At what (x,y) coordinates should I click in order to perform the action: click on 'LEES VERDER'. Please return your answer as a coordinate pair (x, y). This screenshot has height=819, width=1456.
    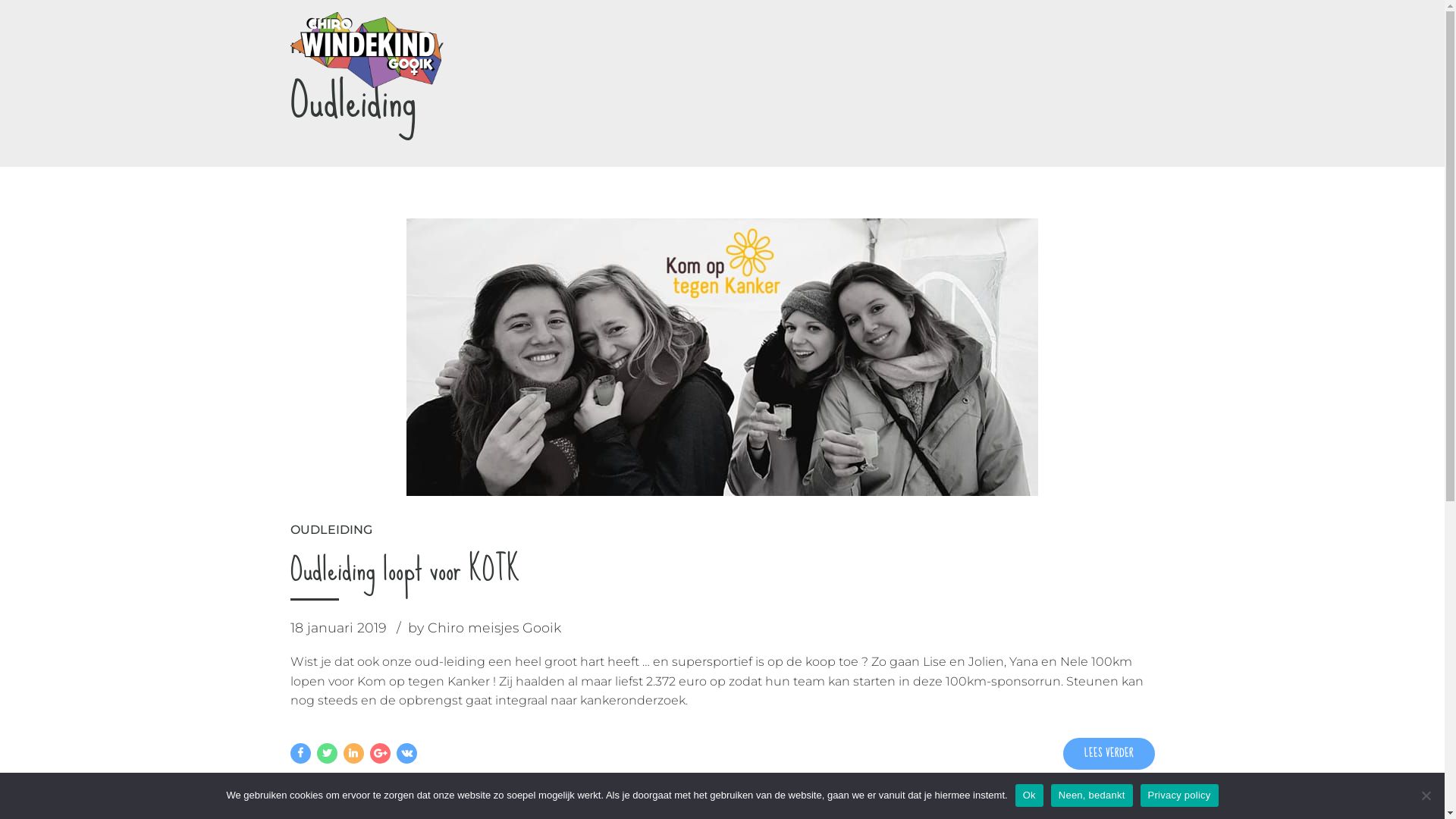
    Looking at the image, I should click on (1109, 754).